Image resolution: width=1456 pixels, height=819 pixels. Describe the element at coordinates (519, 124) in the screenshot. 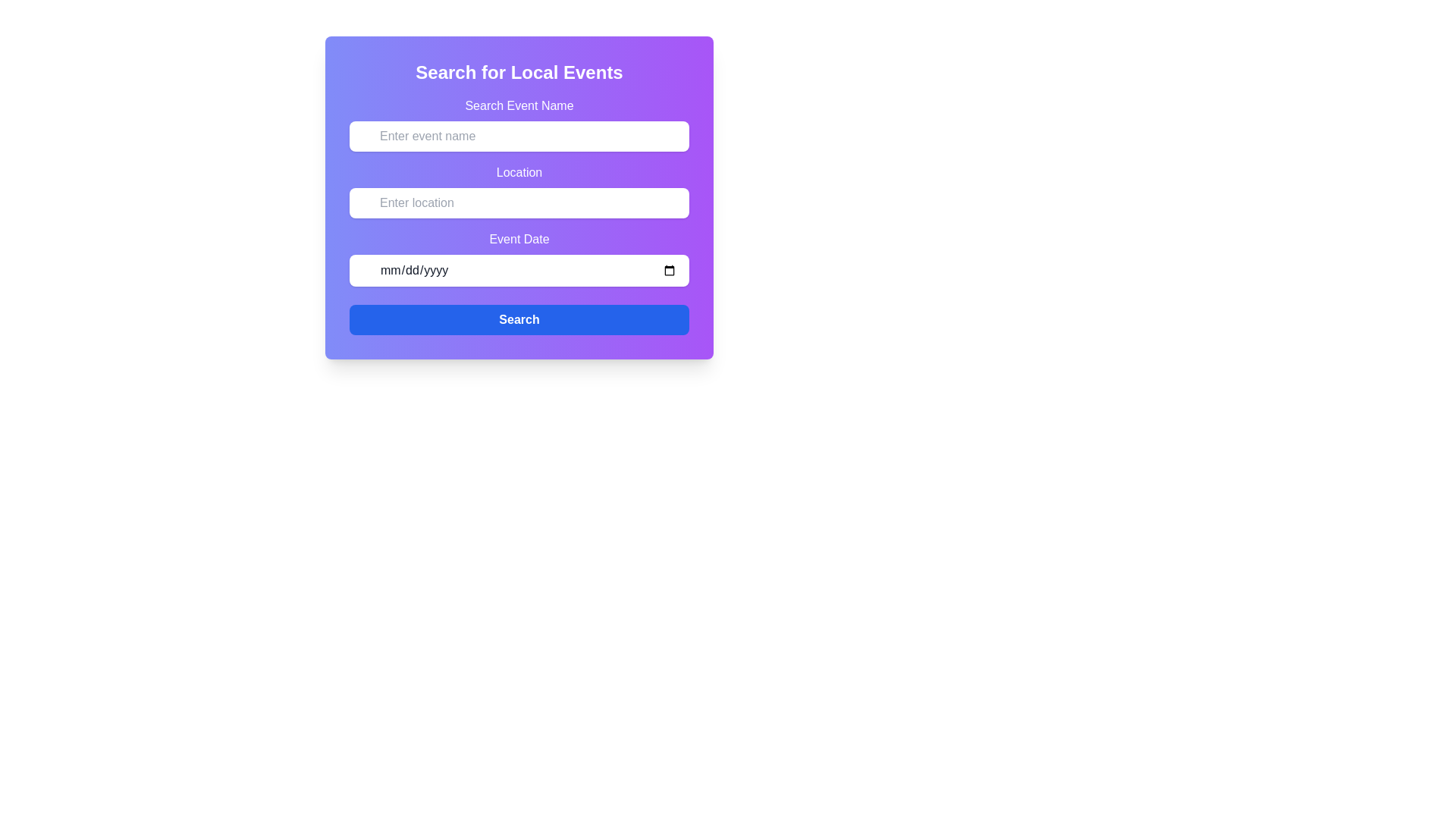

I see `the 'Search Event Name' label, which is positioned above the input field in the 'Search for Local Events' form` at that location.